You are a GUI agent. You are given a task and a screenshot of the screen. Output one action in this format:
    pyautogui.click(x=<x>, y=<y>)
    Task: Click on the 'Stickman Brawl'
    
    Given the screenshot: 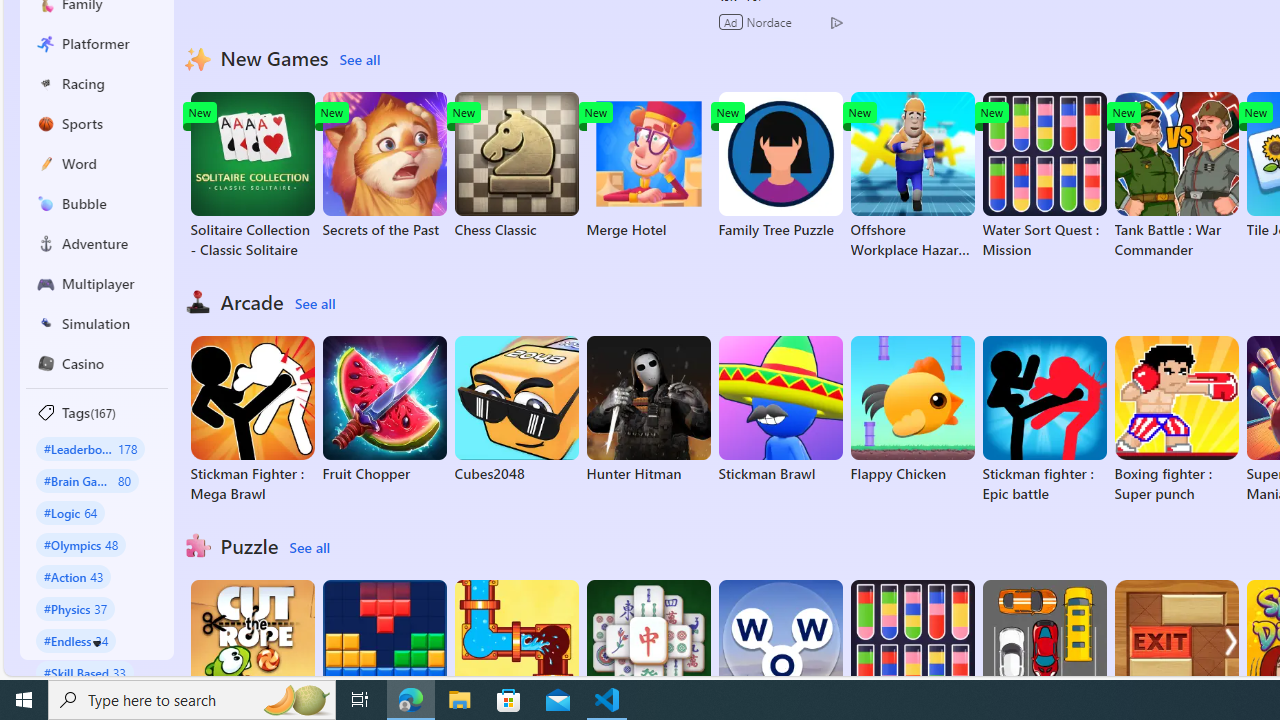 What is the action you would take?
    pyautogui.click(x=779, y=409)
    